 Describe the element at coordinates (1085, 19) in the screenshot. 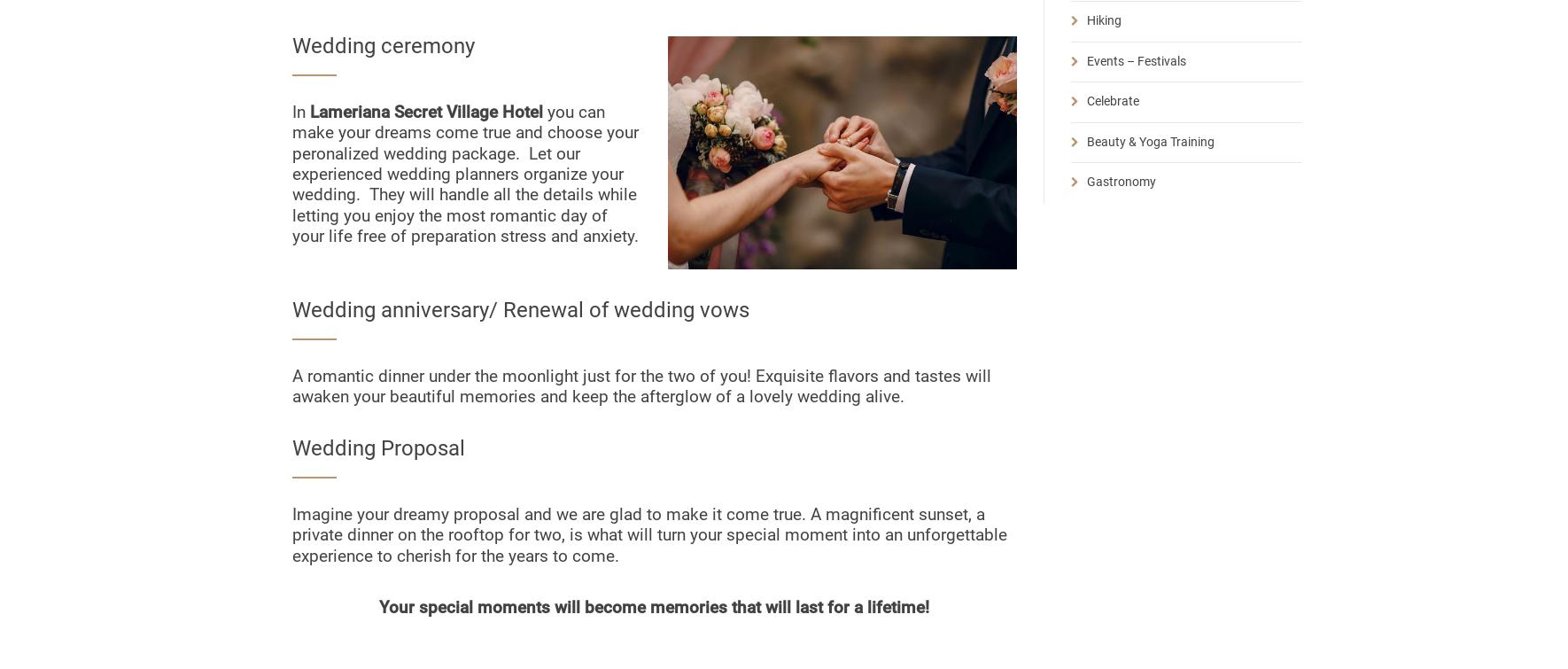

I see `'Hiking'` at that location.